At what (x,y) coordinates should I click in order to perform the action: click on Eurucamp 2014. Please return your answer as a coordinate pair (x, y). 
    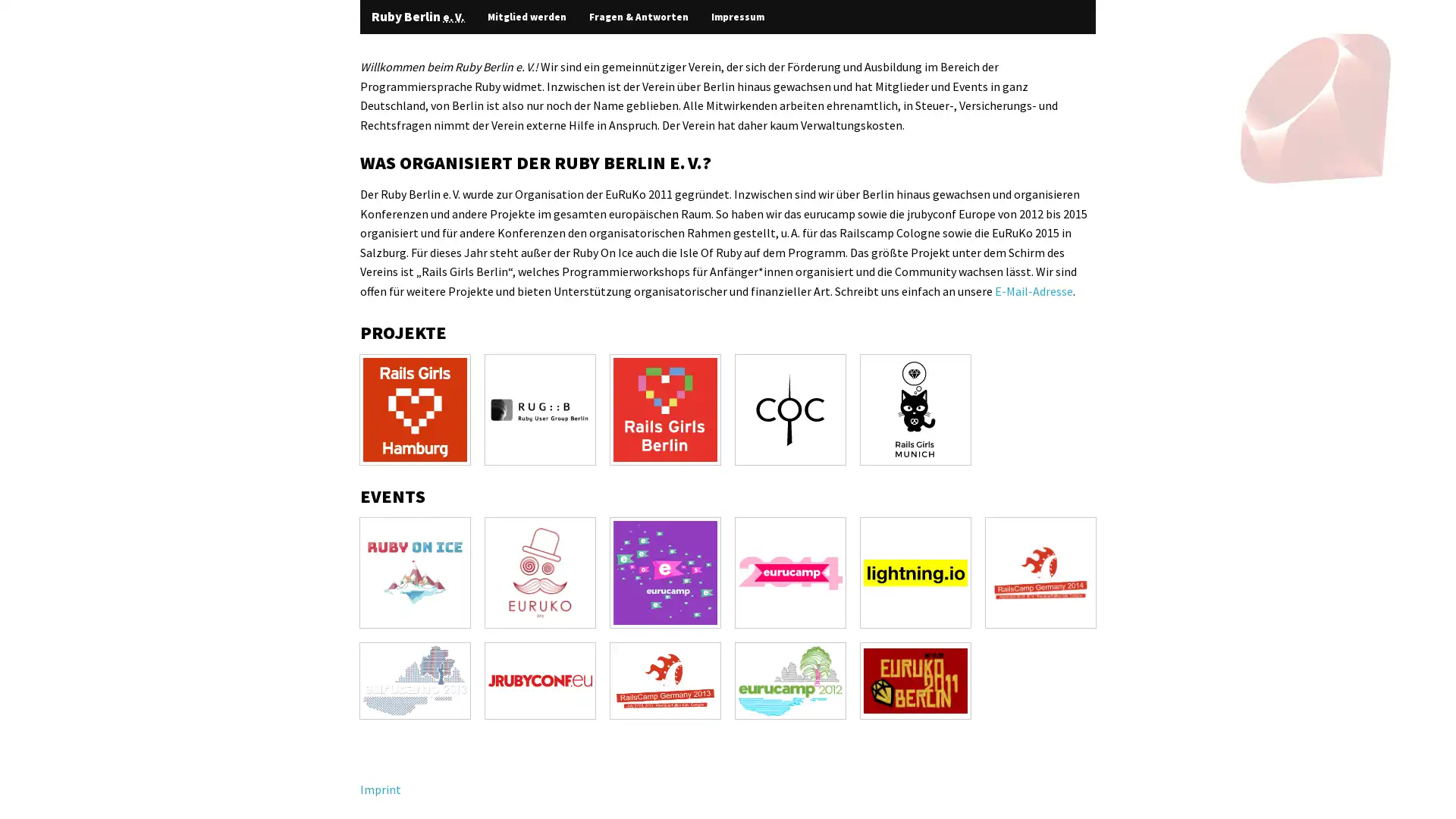
    Looking at the image, I should click on (789, 573).